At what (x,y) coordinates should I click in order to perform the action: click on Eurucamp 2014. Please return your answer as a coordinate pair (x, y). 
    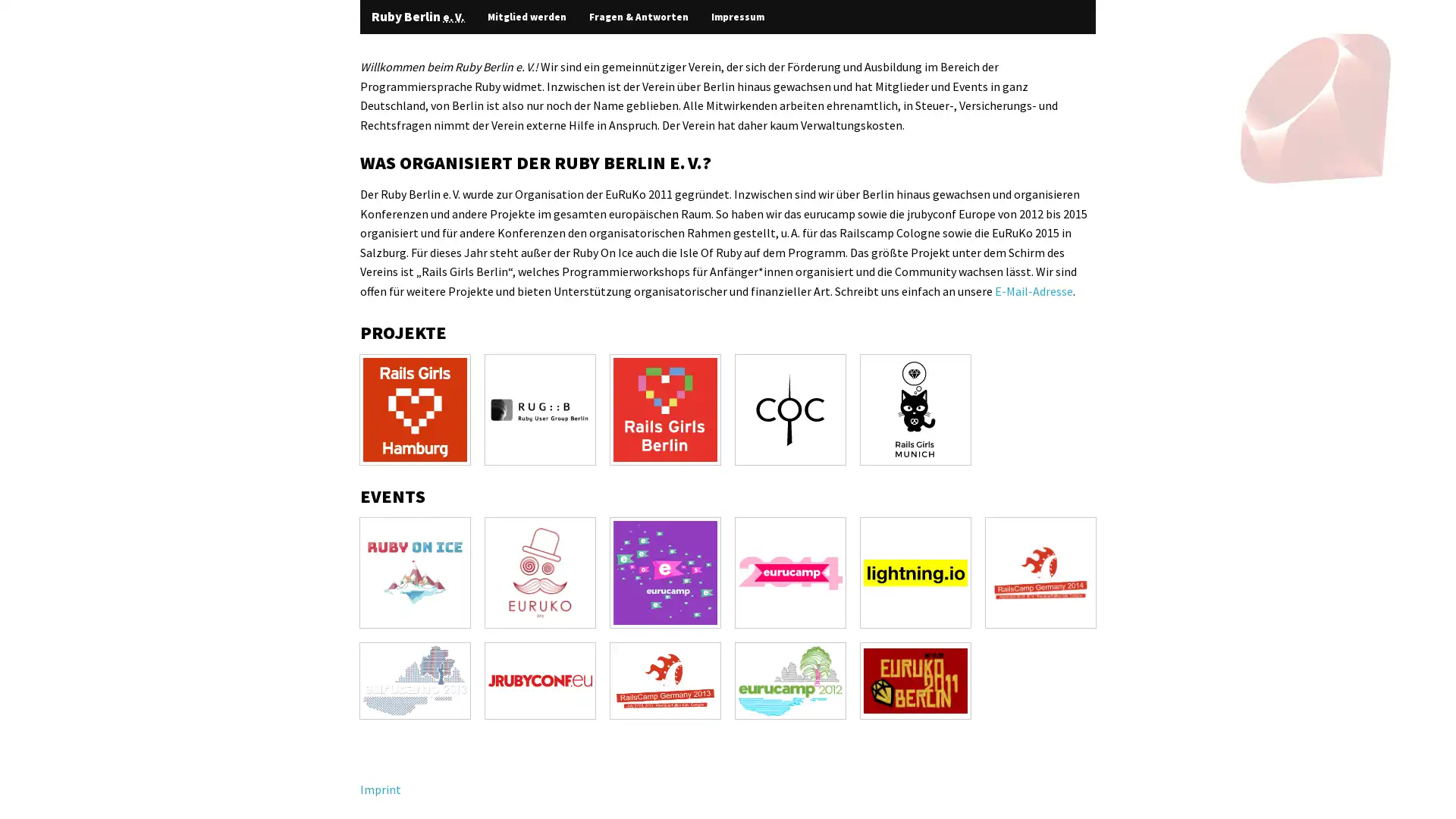
    Looking at the image, I should click on (789, 573).